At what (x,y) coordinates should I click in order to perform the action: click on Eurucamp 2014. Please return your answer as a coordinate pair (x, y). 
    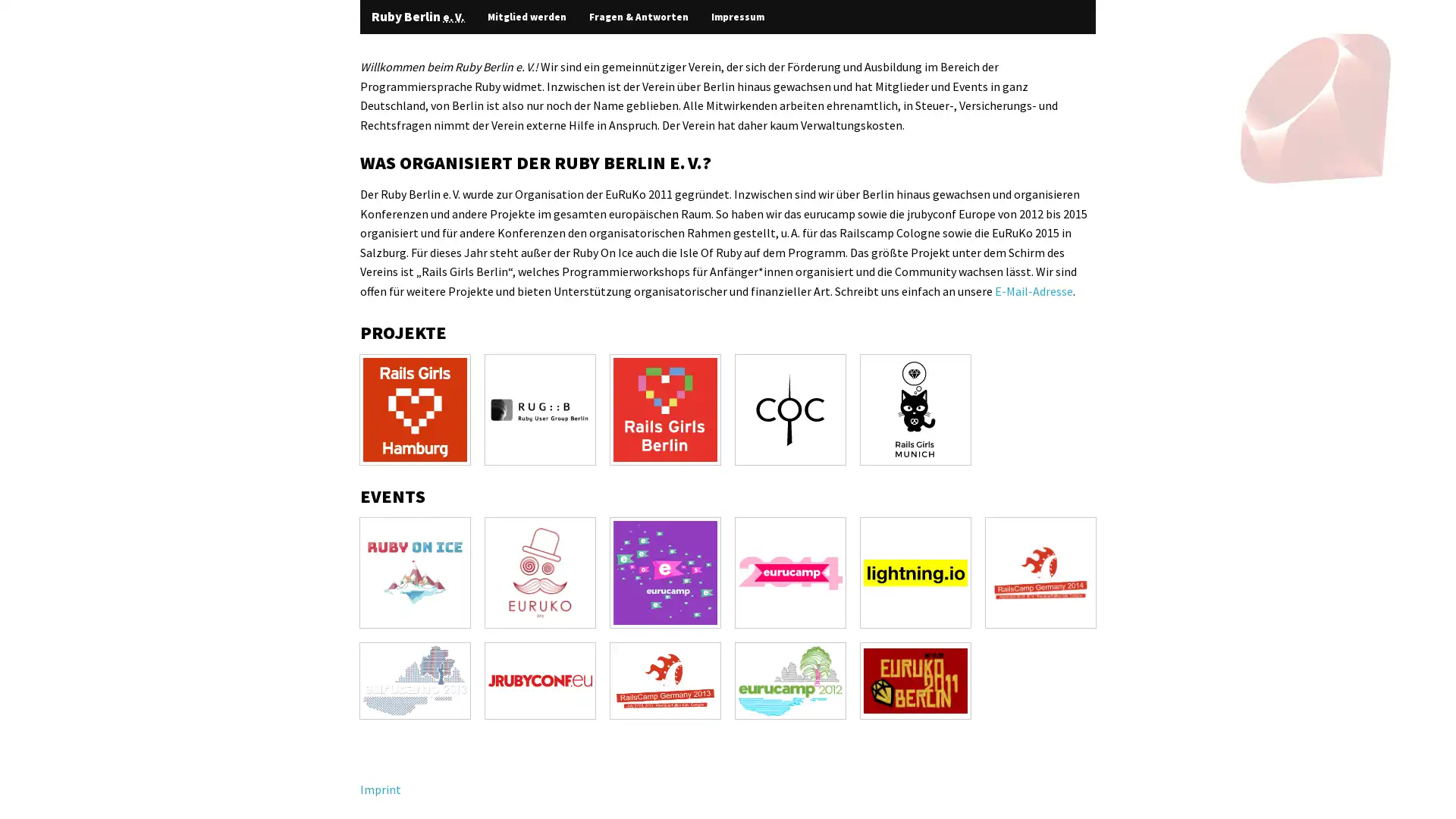
    Looking at the image, I should click on (789, 573).